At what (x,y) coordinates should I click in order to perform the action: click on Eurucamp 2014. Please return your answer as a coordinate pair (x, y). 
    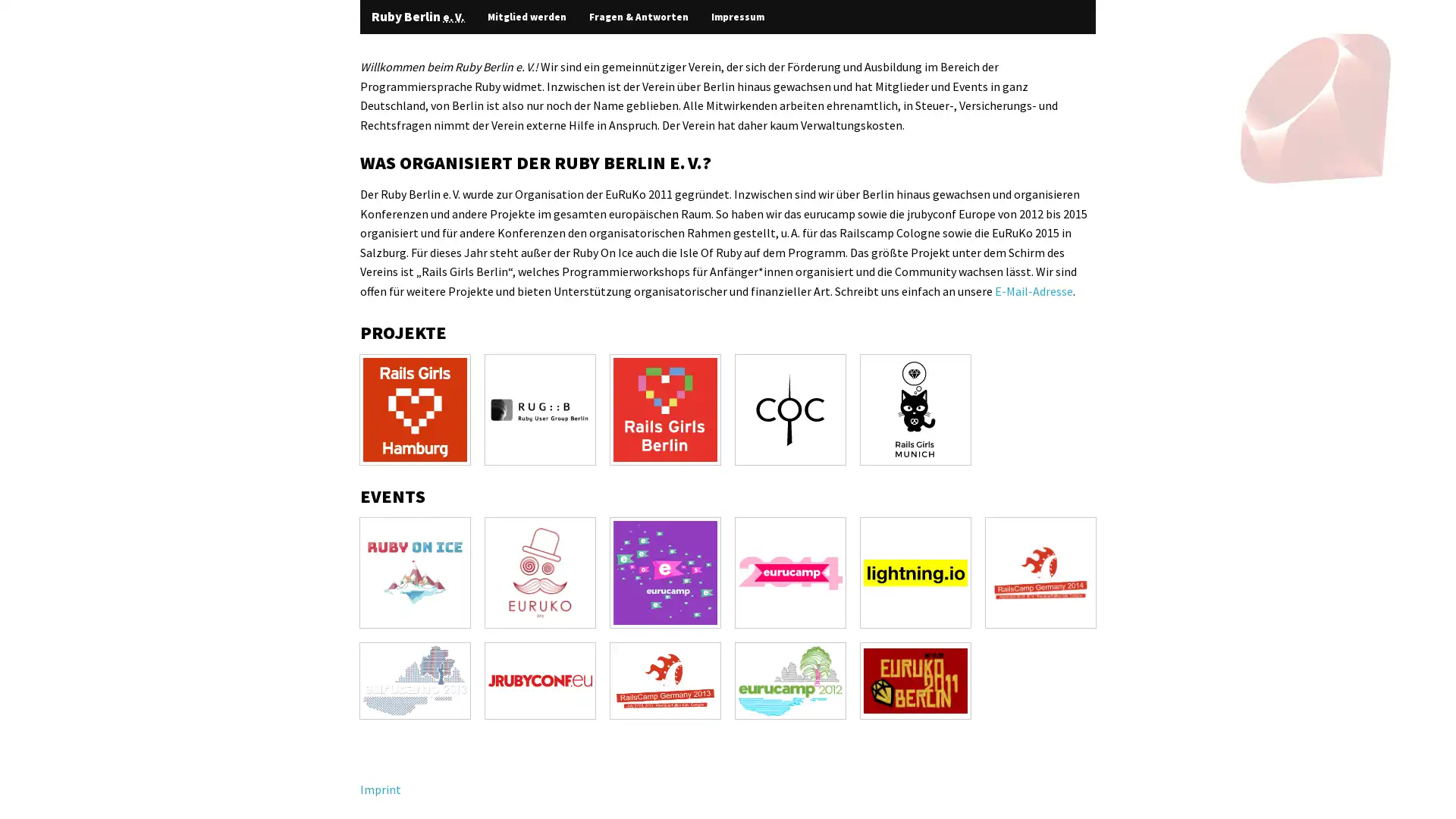
    Looking at the image, I should click on (789, 573).